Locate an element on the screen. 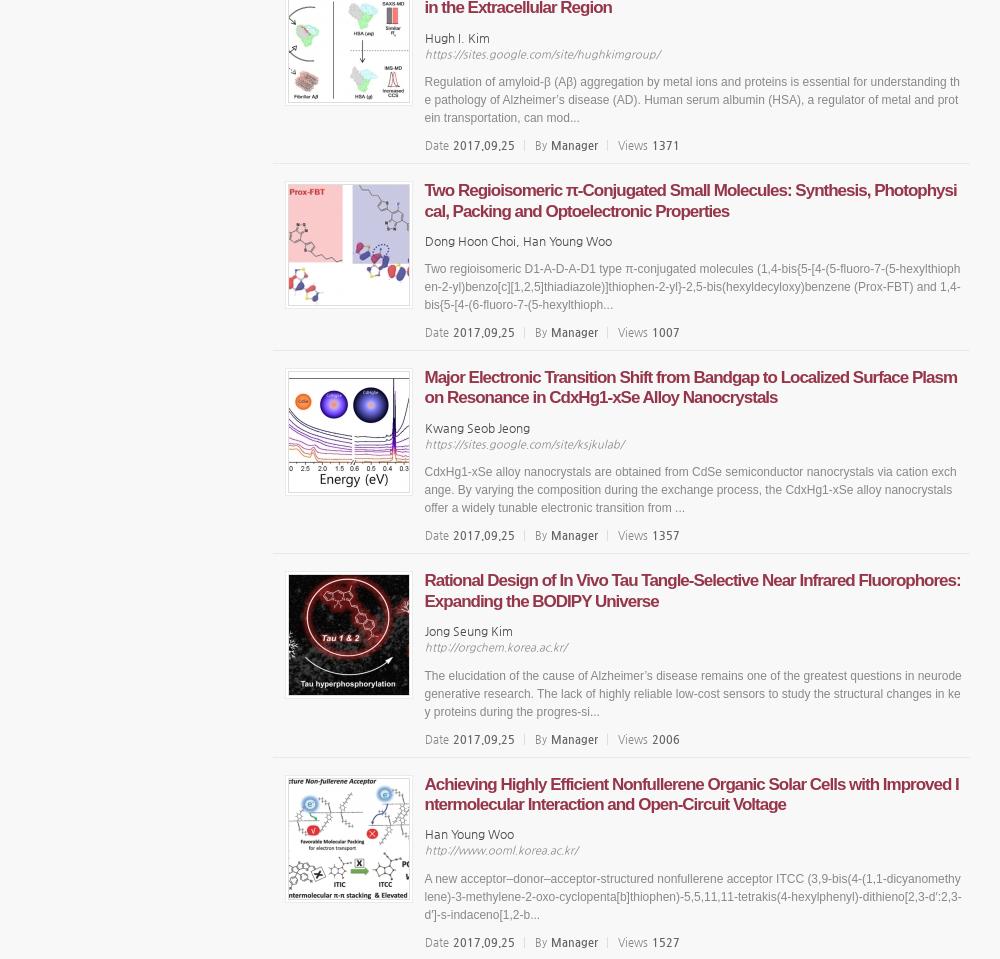 This screenshot has width=1000, height=959. 'Hugh I. Kim' is located at coordinates (424, 36).